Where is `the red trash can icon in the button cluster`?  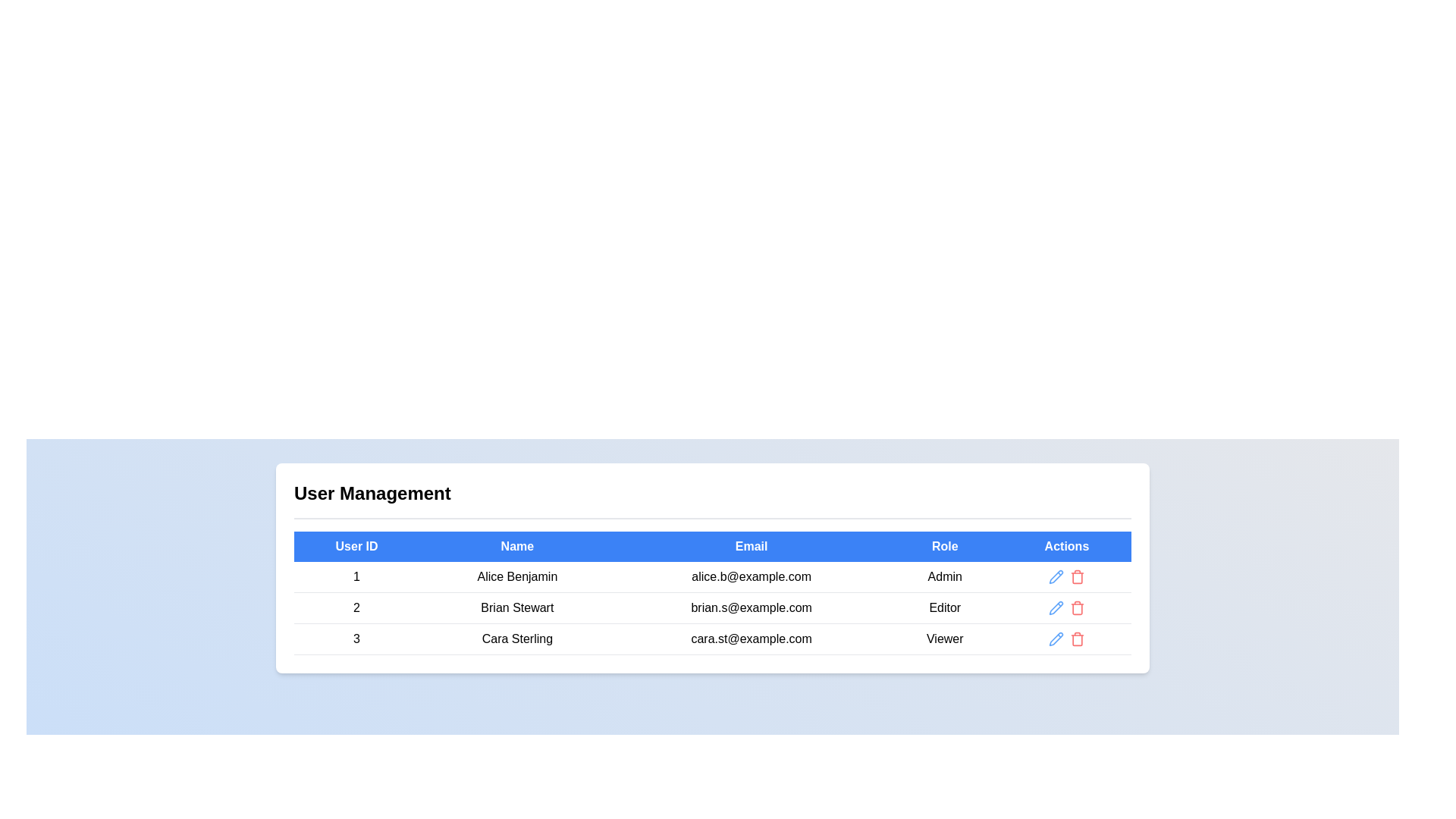 the red trash can icon in the button cluster is located at coordinates (1065, 607).